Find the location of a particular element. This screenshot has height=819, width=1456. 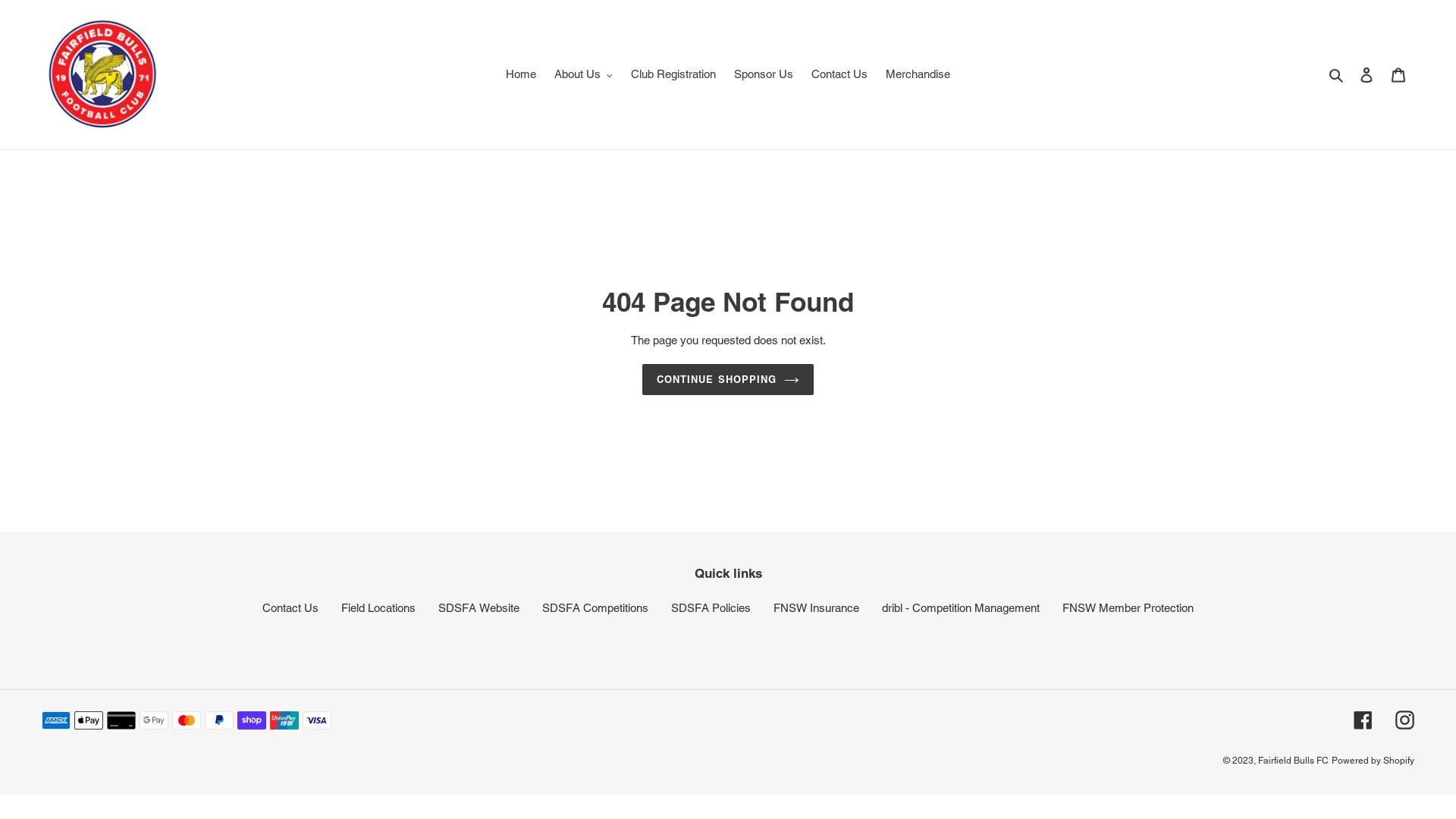

'Home' is located at coordinates (520, 74).